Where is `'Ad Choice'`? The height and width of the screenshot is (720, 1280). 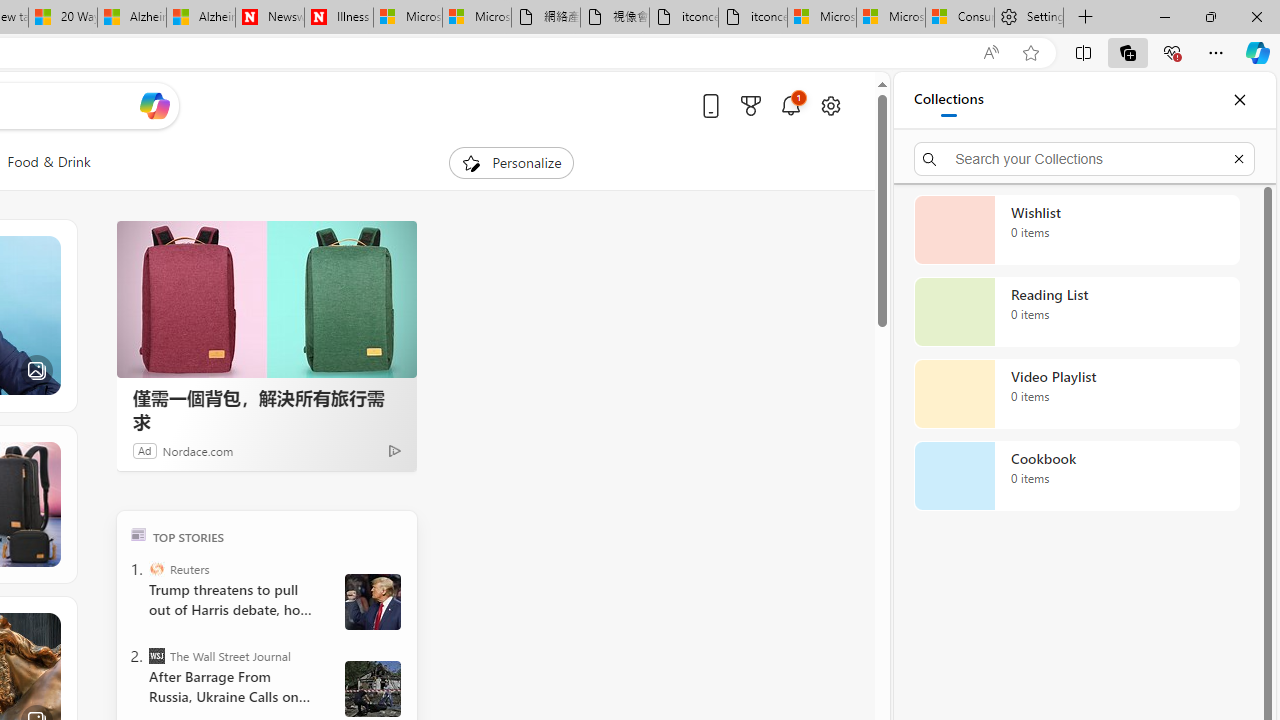
'Ad Choice' is located at coordinates (394, 450).